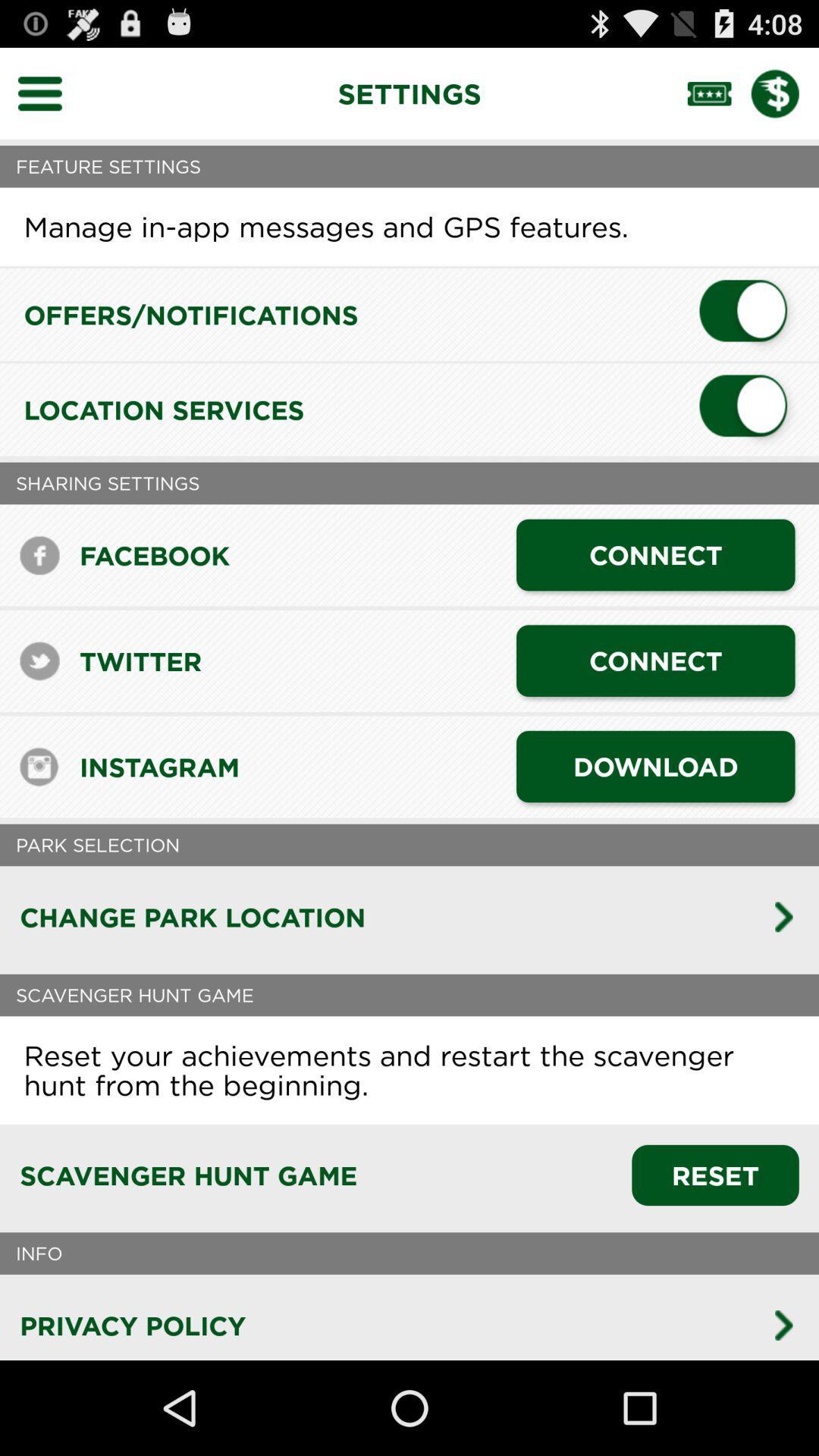 This screenshot has height=1456, width=819. Describe the element at coordinates (748, 409) in the screenshot. I see `switch location service` at that location.